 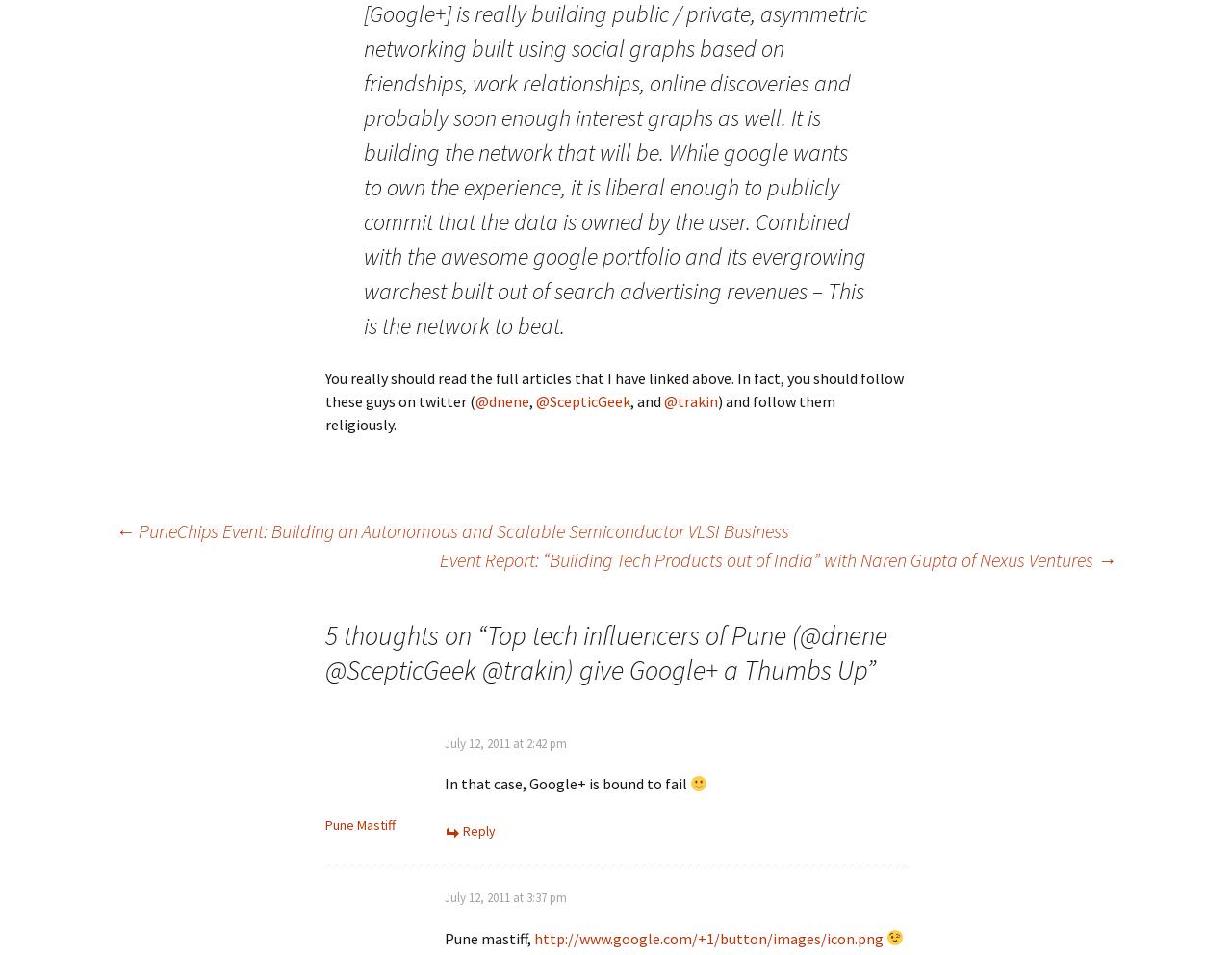 I want to click on 'Event Report: “Building Tech Products out of India” with Naren Gupta of Nexus Ventures', so click(x=767, y=557).